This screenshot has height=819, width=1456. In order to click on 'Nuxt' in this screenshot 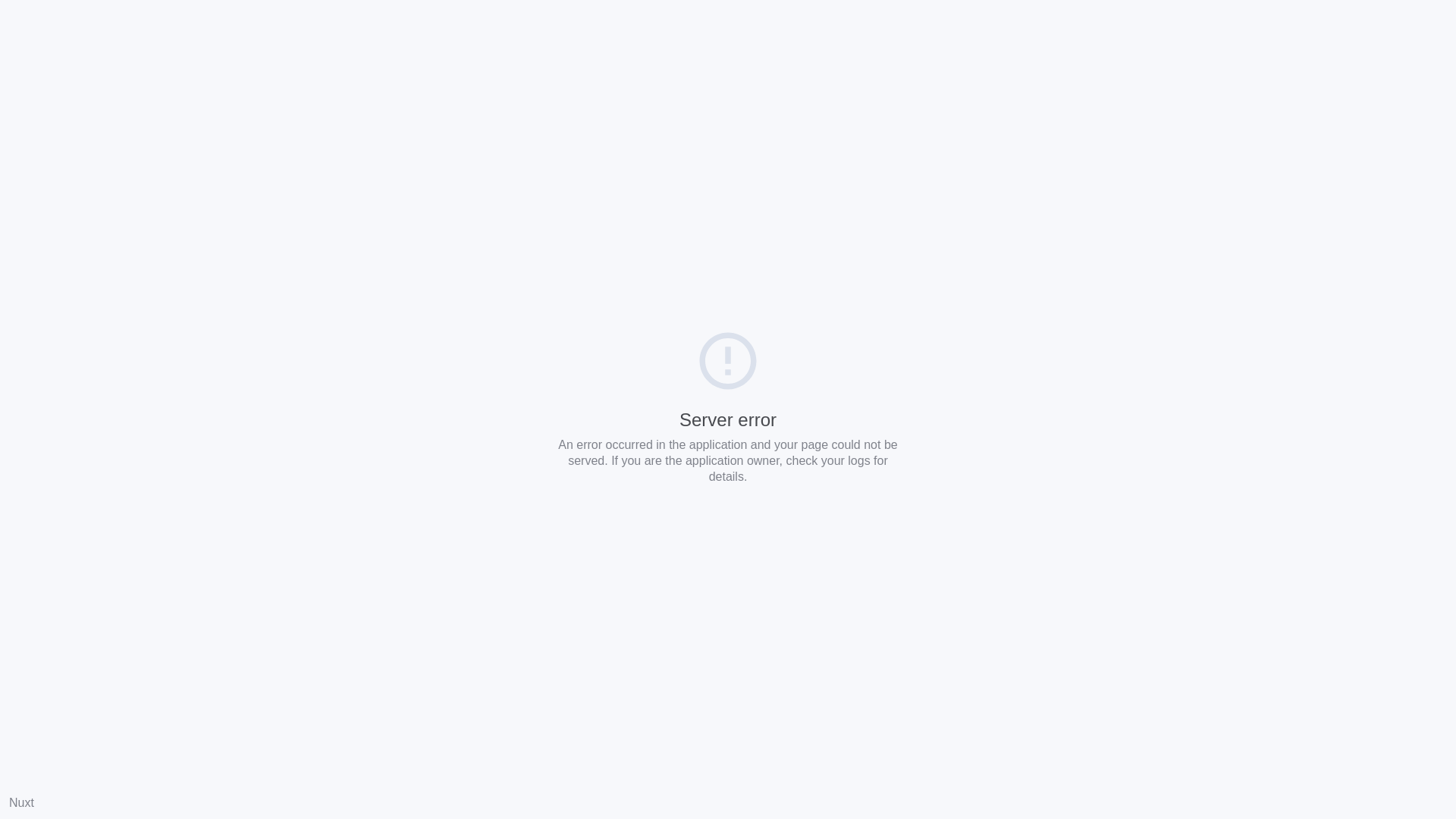, I will do `click(21, 802)`.